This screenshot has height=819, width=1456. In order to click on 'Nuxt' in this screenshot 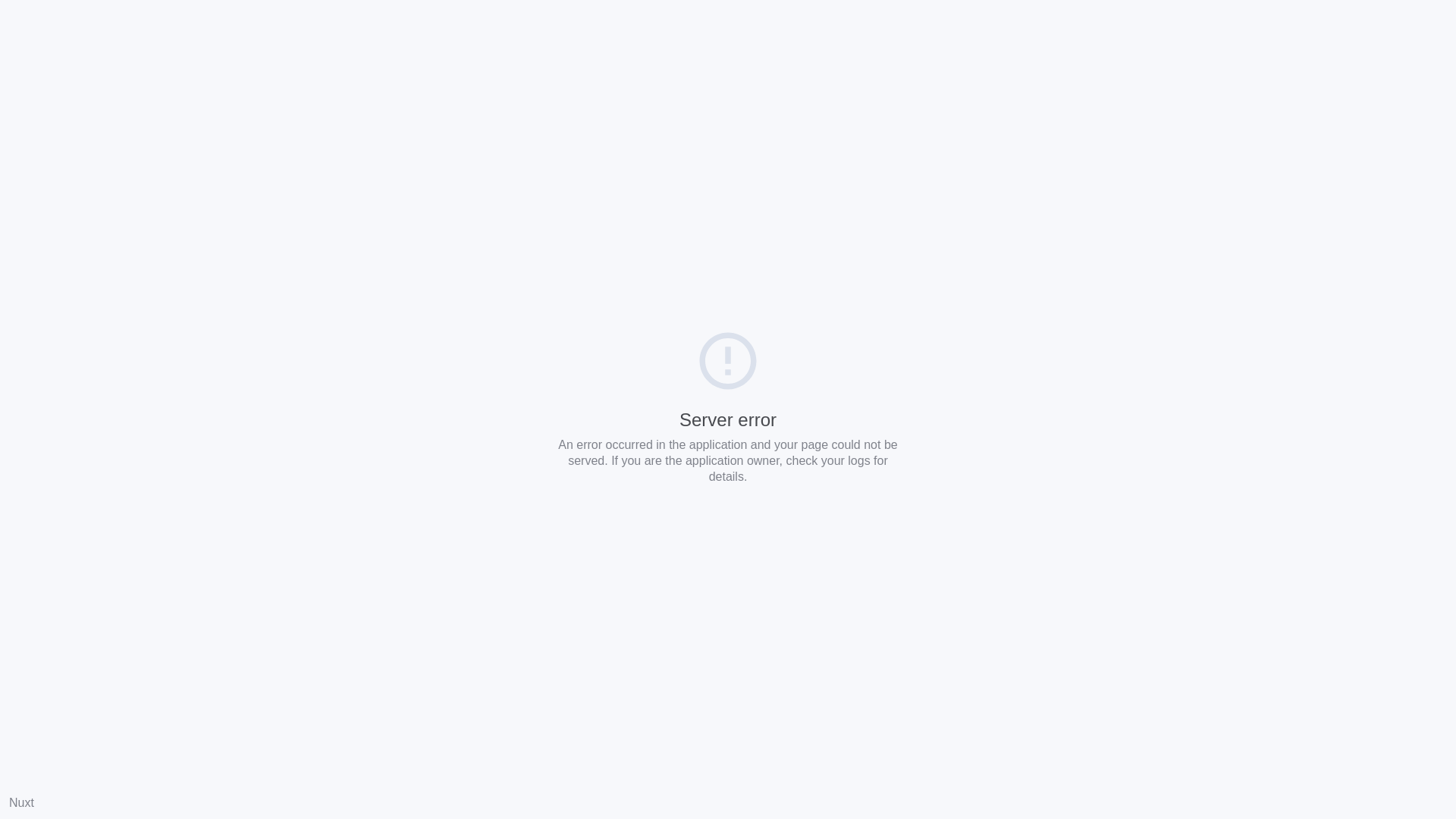, I will do `click(21, 802)`.